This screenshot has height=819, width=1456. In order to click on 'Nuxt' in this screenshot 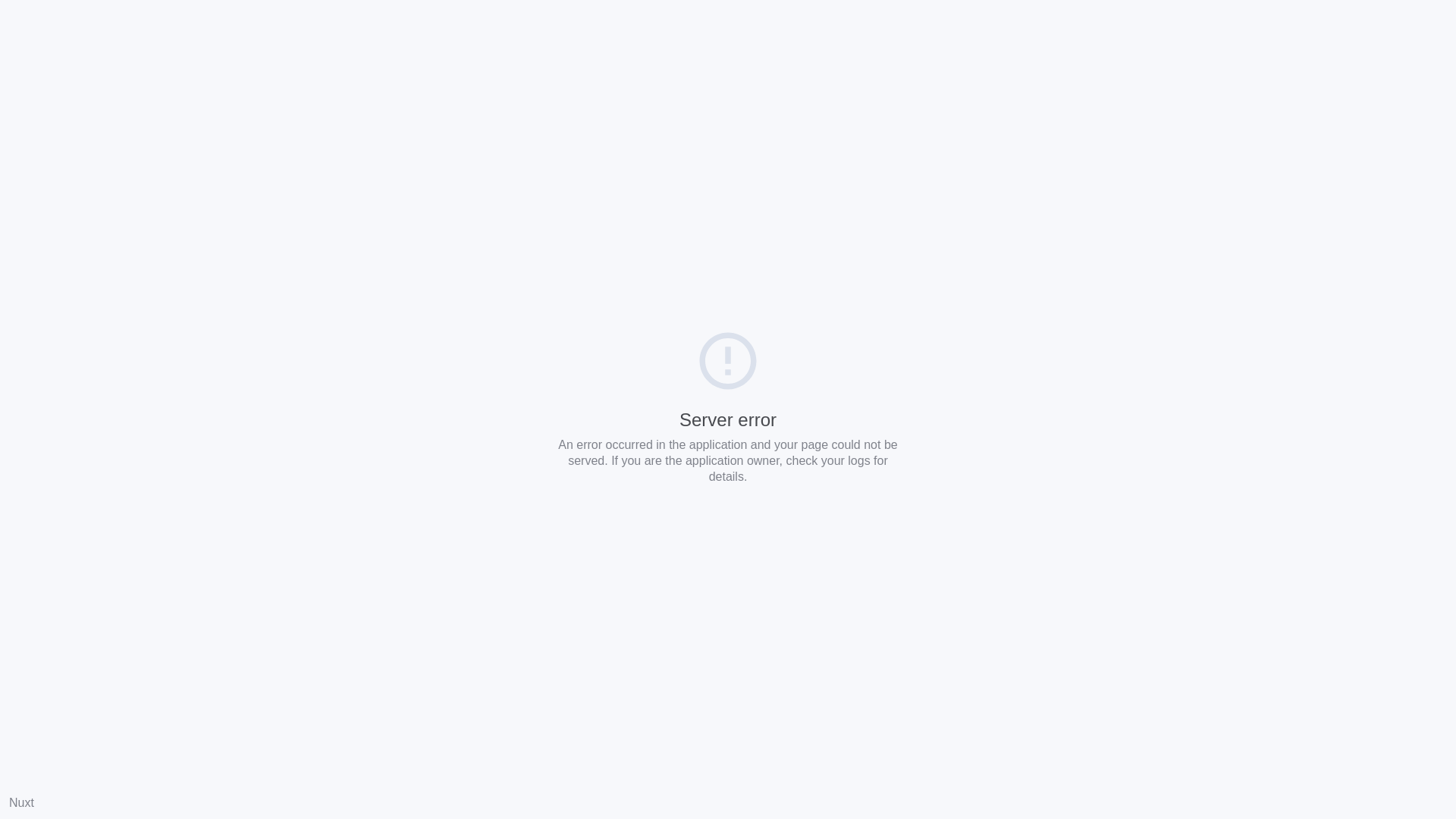, I will do `click(21, 802)`.